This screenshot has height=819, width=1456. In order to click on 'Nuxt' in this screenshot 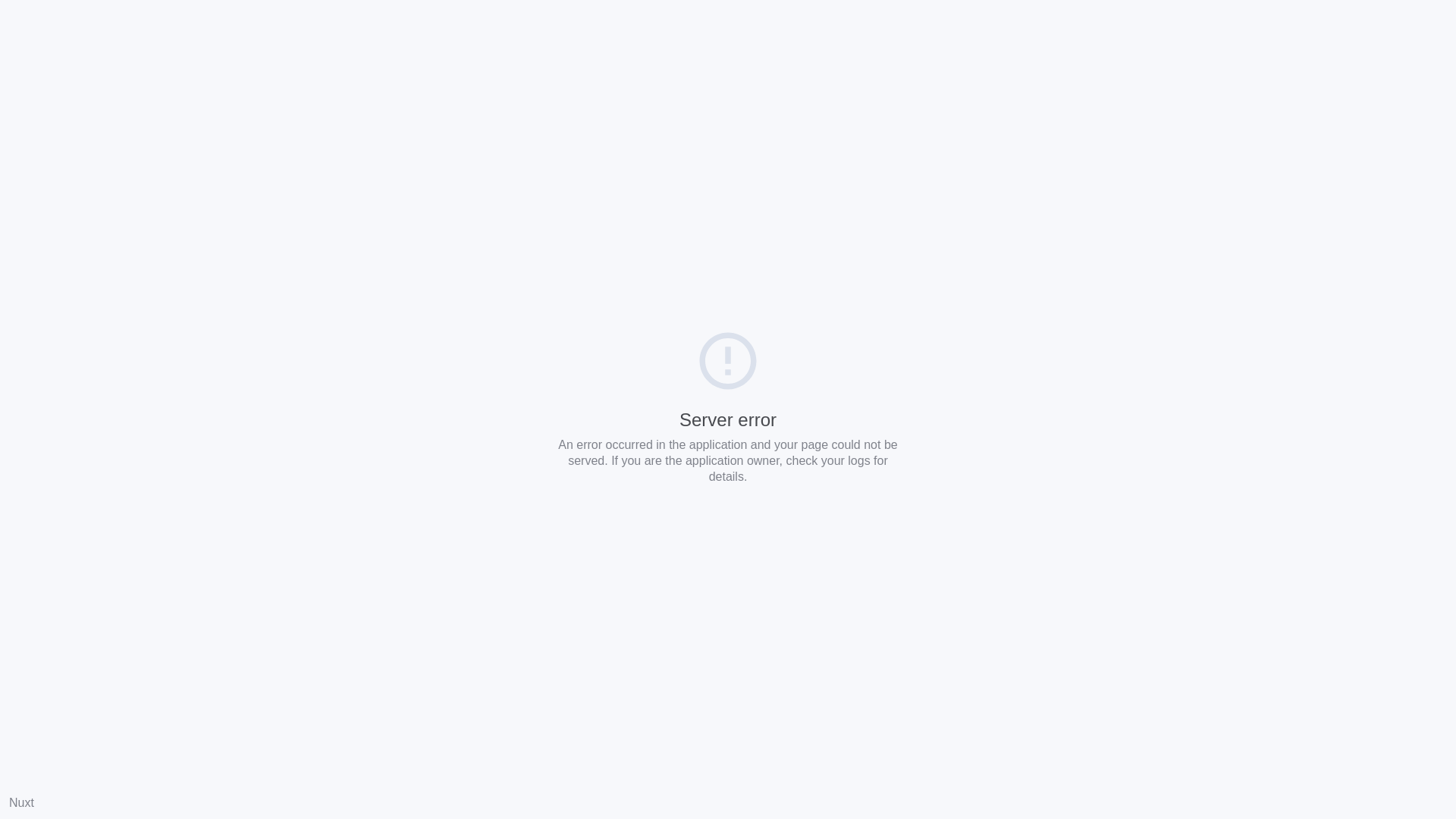, I will do `click(21, 802)`.